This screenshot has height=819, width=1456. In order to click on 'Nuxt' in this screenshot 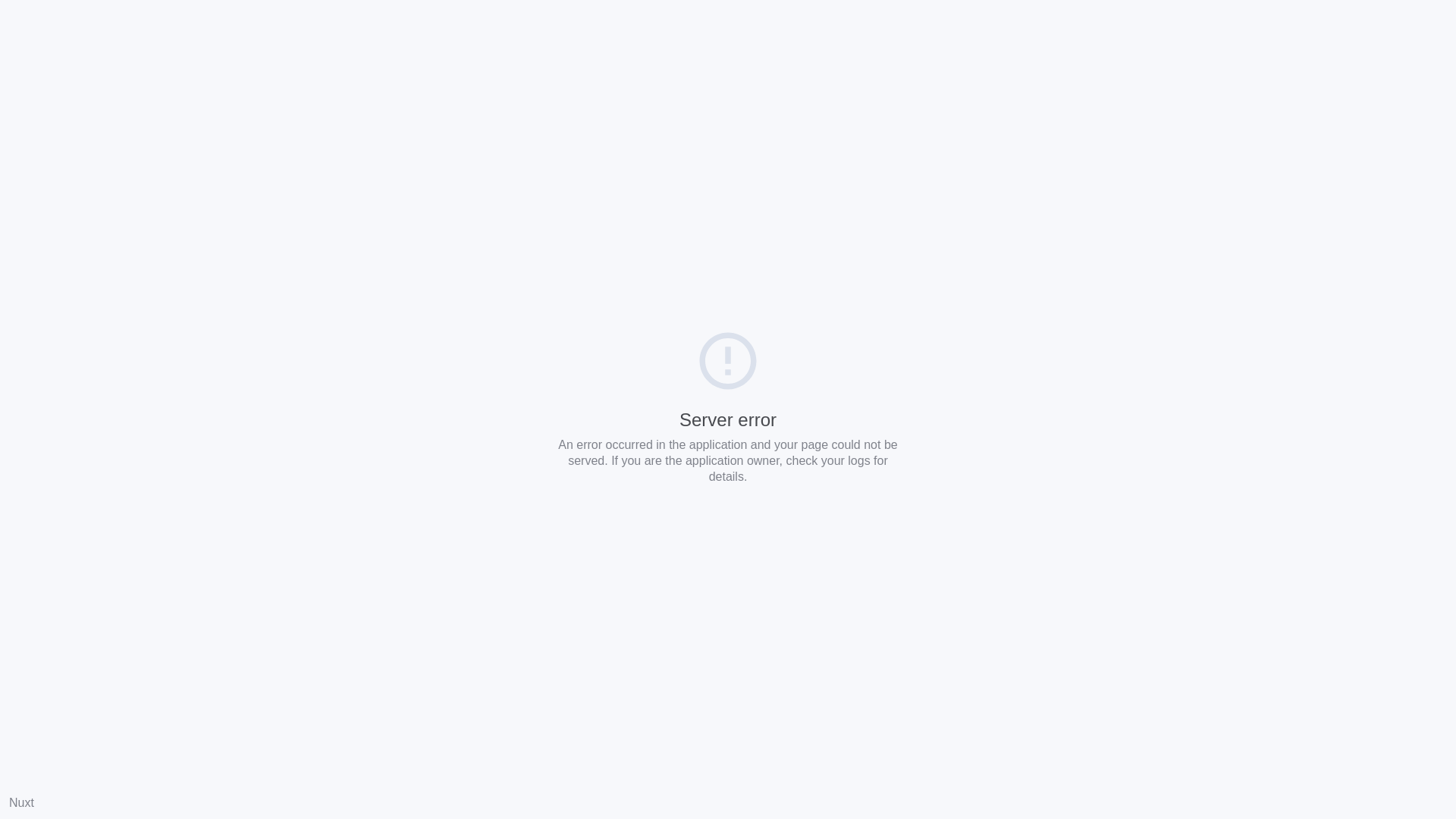, I will do `click(21, 802)`.